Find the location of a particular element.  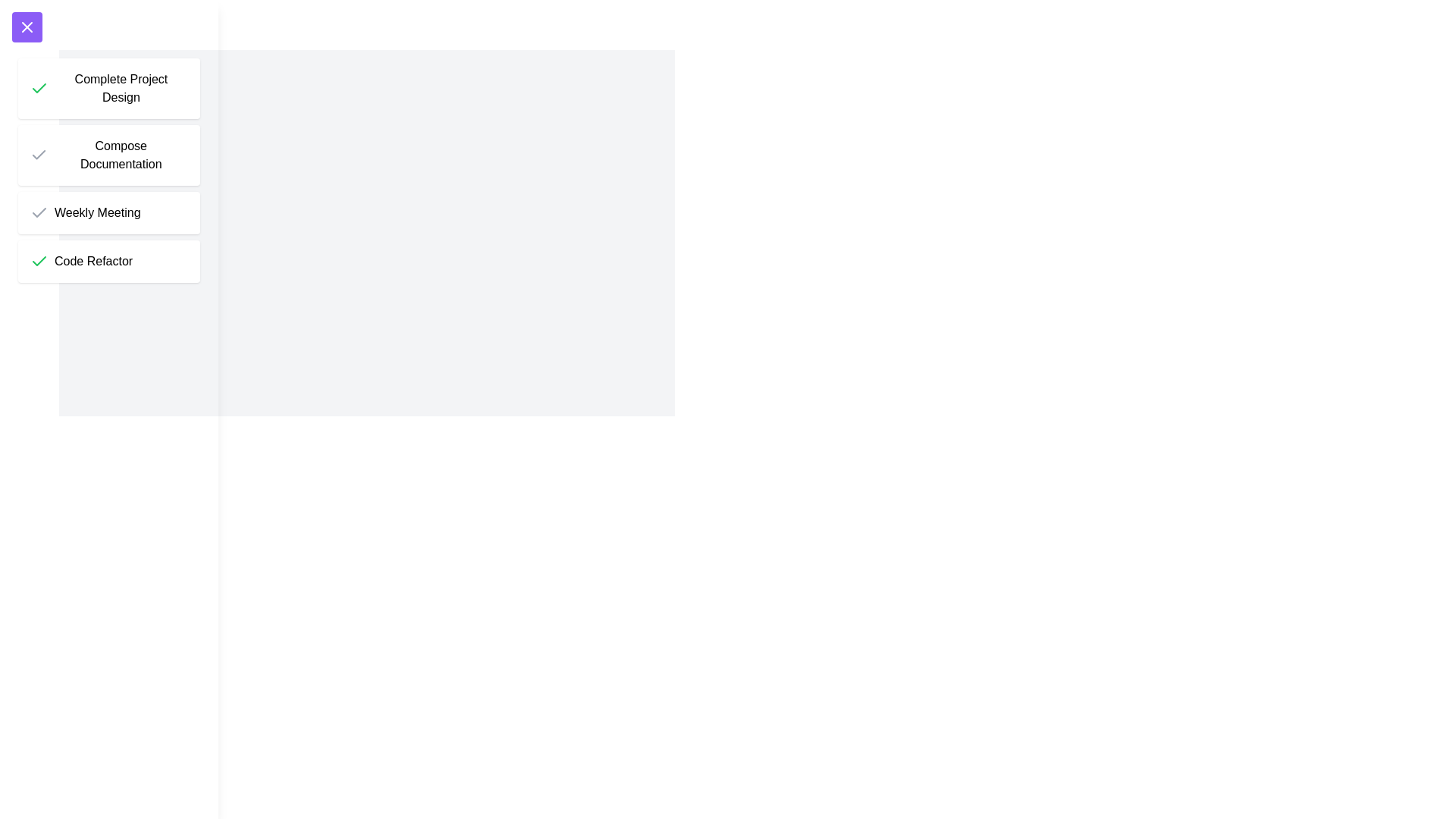

toggle button at the top-left corner to toggle the drawer's visibility is located at coordinates (27, 27).